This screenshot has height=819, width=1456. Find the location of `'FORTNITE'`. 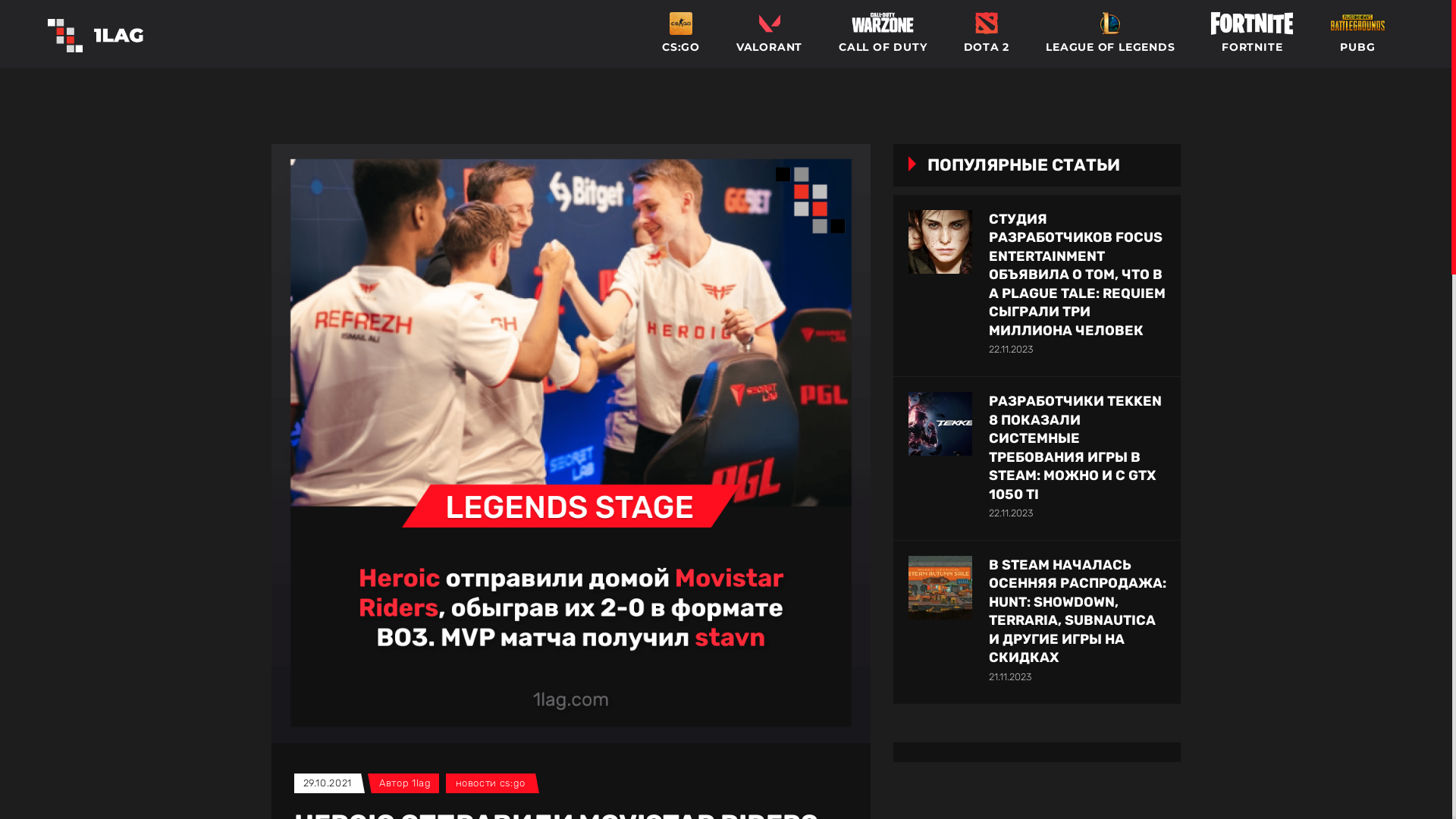

'FORTNITE' is located at coordinates (1252, 34).